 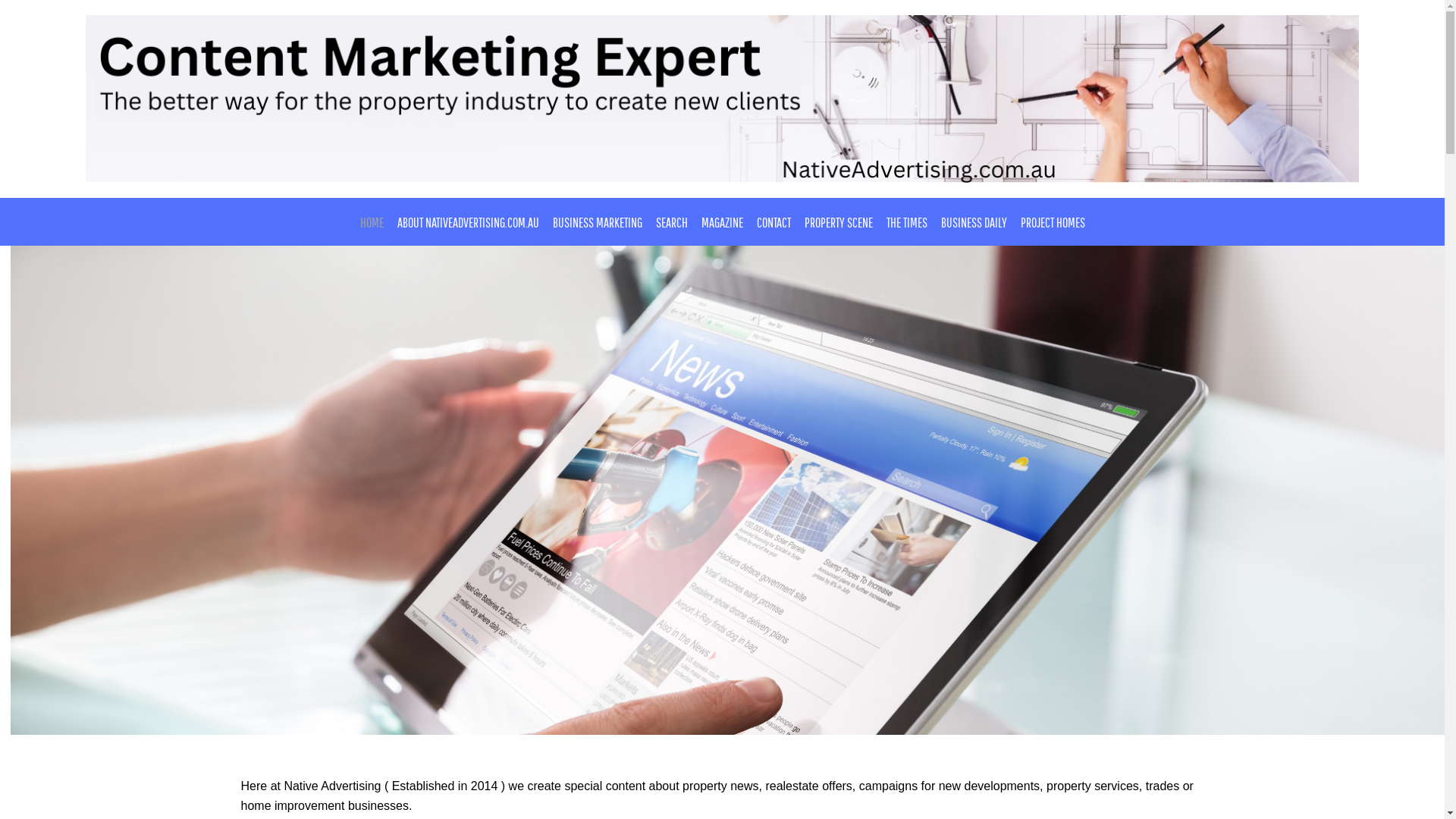 What do you see at coordinates (906, 222) in the screenshot?
I see `'THE TIMES'` at bounding box center [906, 222].